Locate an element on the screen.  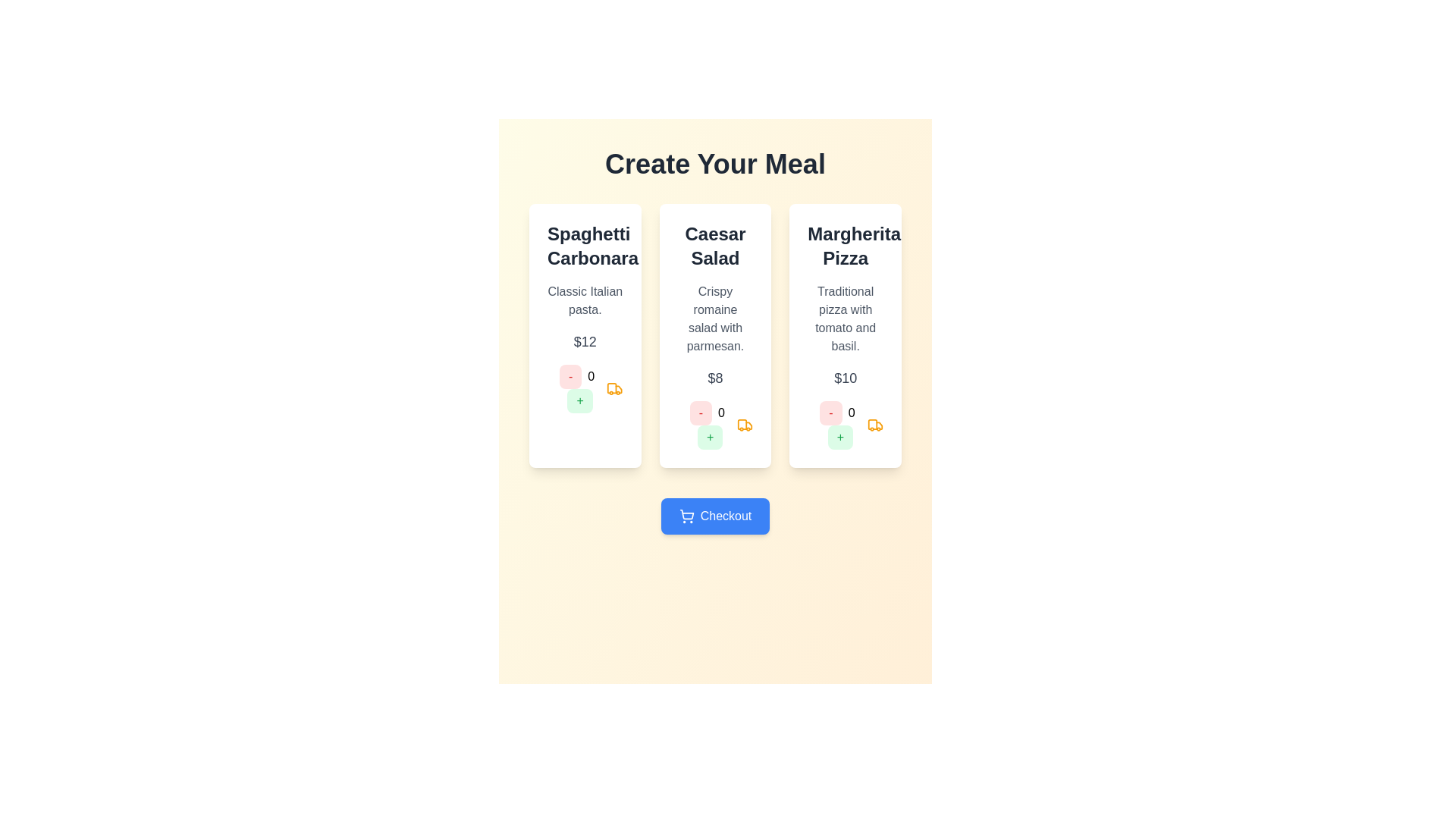
the delivery or transport functionality icon located in the center menu card titled 'Caesar Salad', situated beneath the numeric display '0' and adjacent to the '-' and '+' buttons is located at coordinates (745, 425).